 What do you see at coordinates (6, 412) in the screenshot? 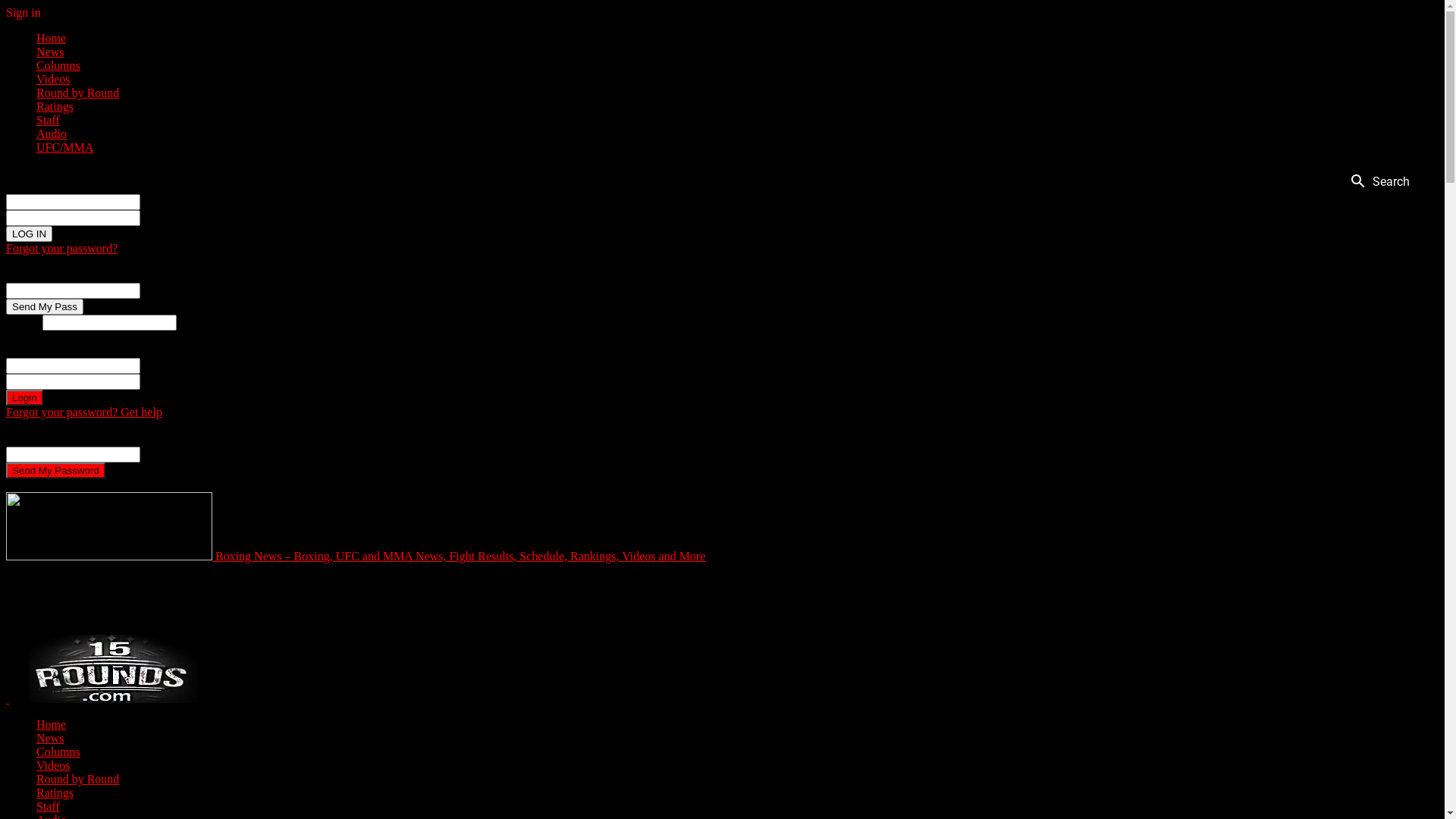
I see `'Forgot your password? Get help'` at bounding box center [6, 412].